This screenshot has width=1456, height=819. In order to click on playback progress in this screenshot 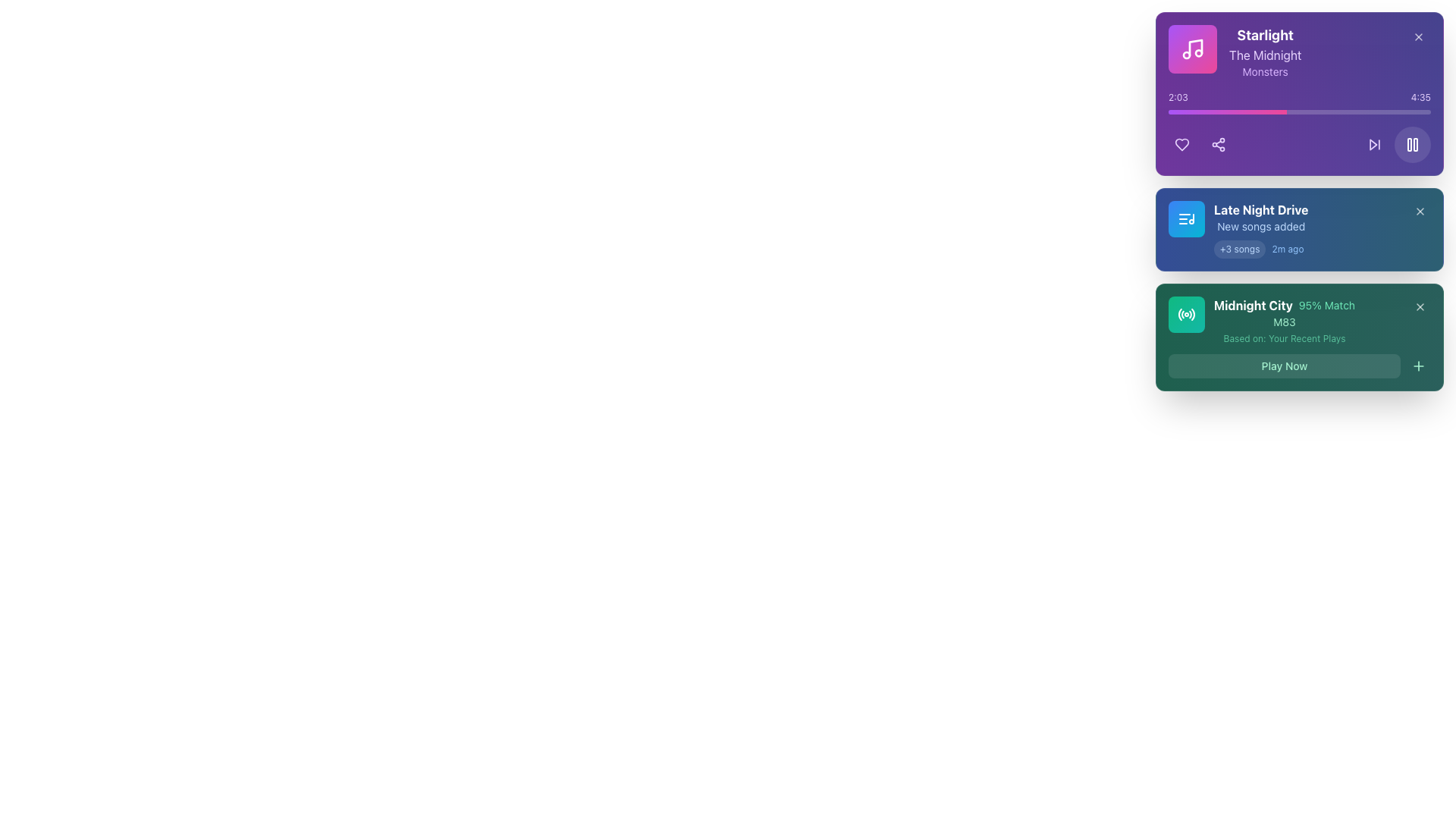, I will do `click(1198, 111)`.